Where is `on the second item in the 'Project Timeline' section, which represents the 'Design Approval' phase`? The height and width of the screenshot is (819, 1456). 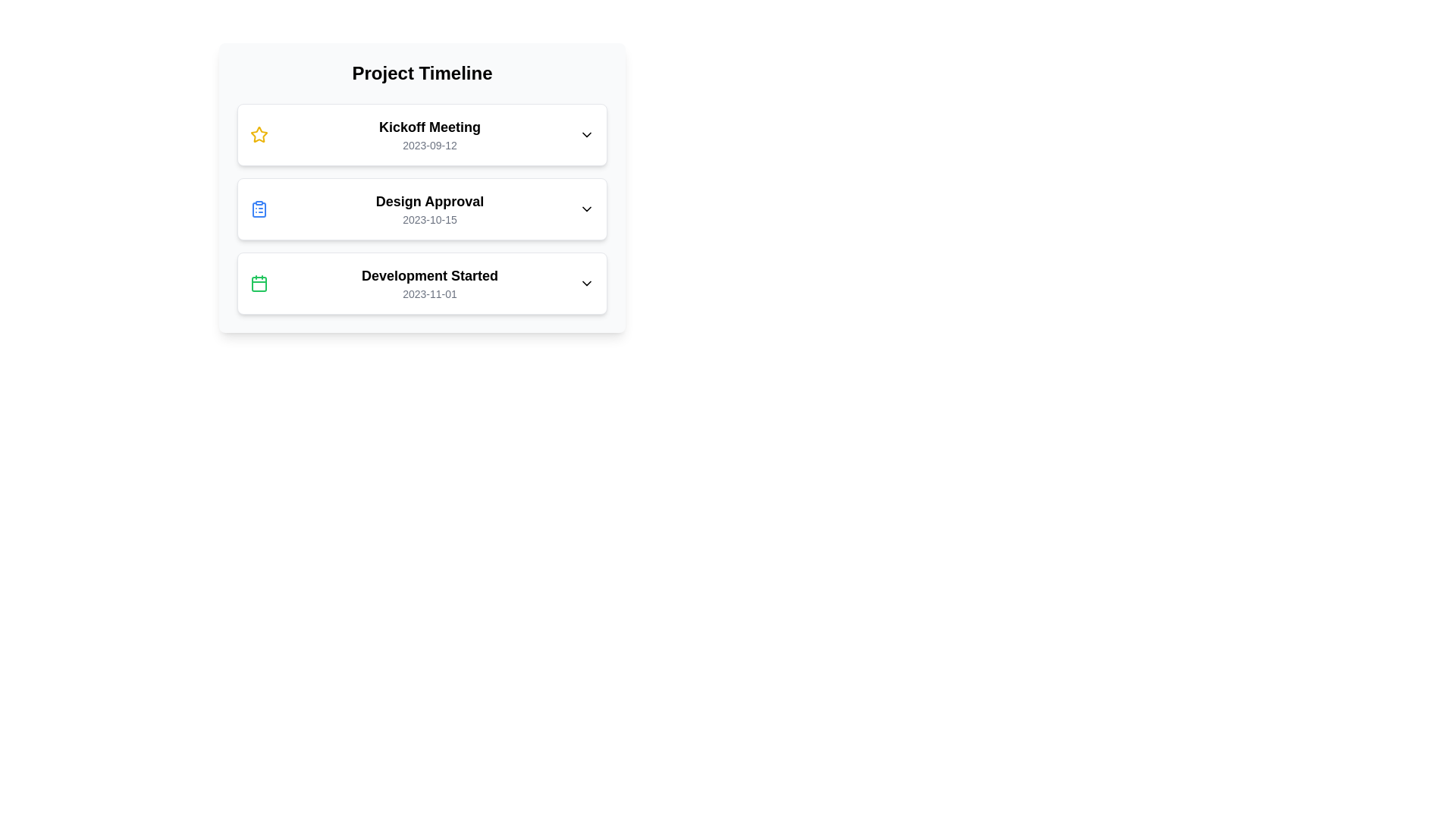
on the second item in the 'Project Timeline' section, which represents the 'Design Approval' phase is located at coordinates (422, 187).